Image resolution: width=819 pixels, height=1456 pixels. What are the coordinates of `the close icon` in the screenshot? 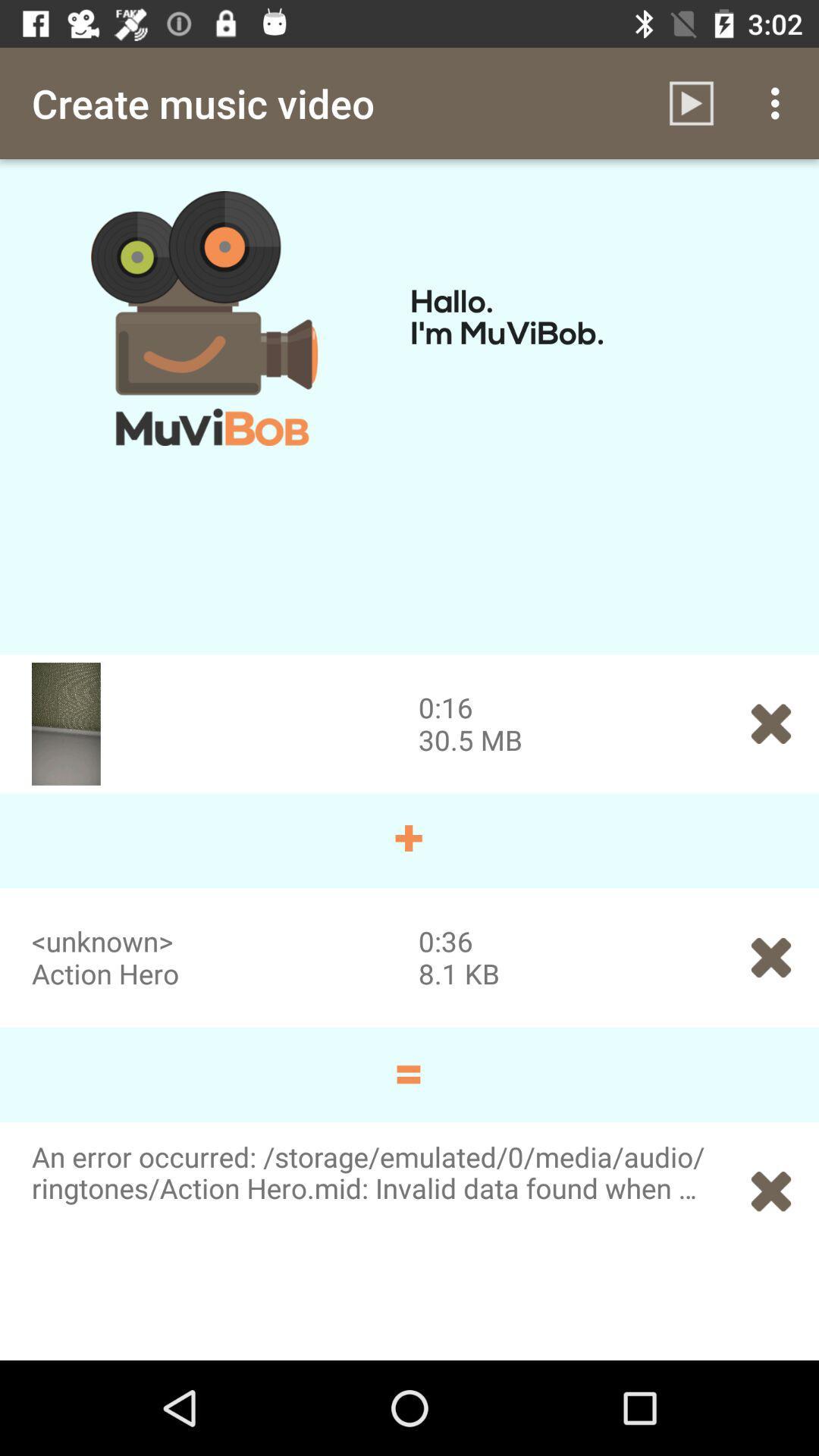 It's located at (771, 1191).